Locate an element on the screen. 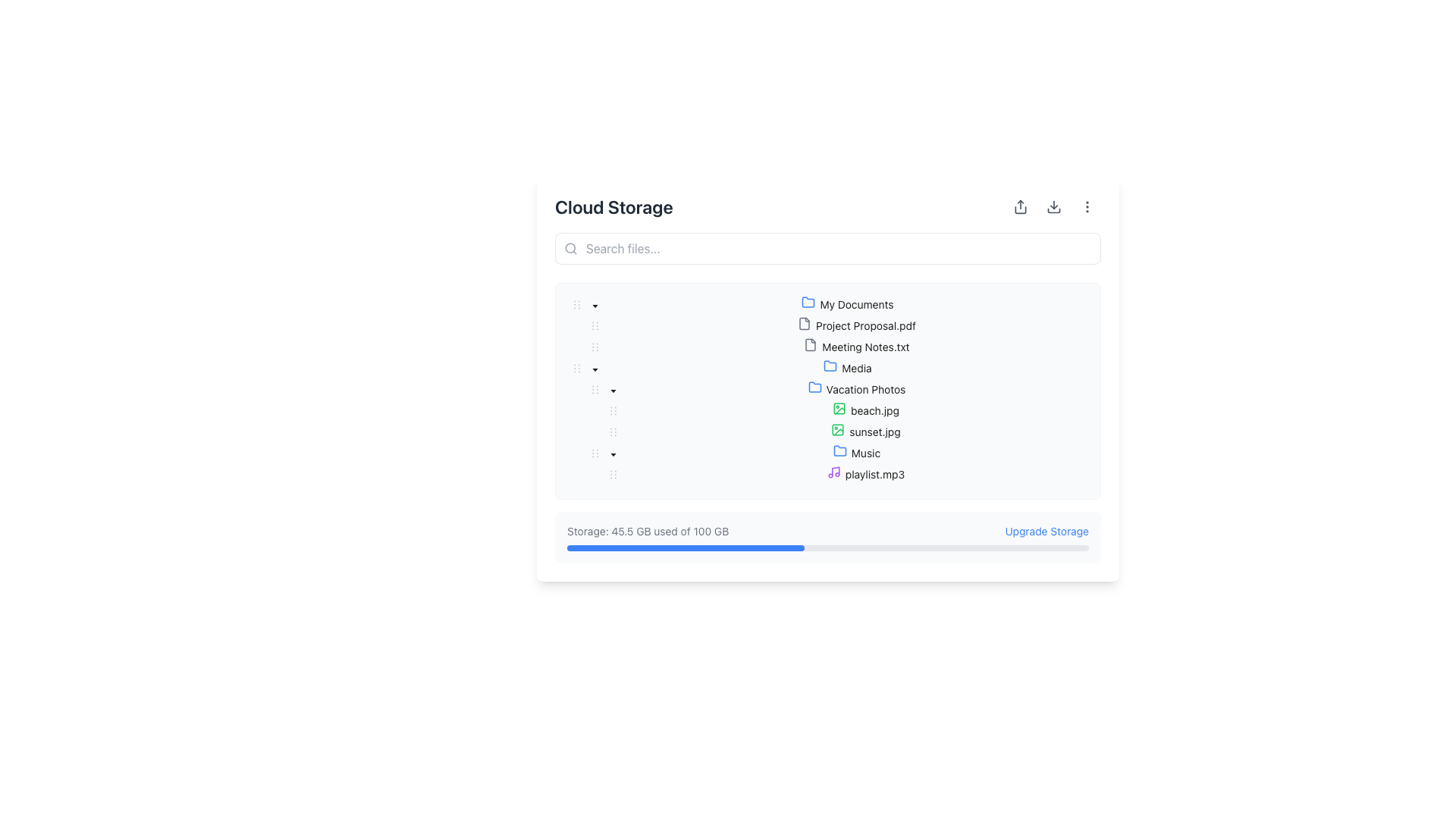 The image size is (1456, 819). the leftmost indentation marker of the tree item labeled 'beach.jpg' to visualize its hierarchy representation is located at coordinates (585, 411).